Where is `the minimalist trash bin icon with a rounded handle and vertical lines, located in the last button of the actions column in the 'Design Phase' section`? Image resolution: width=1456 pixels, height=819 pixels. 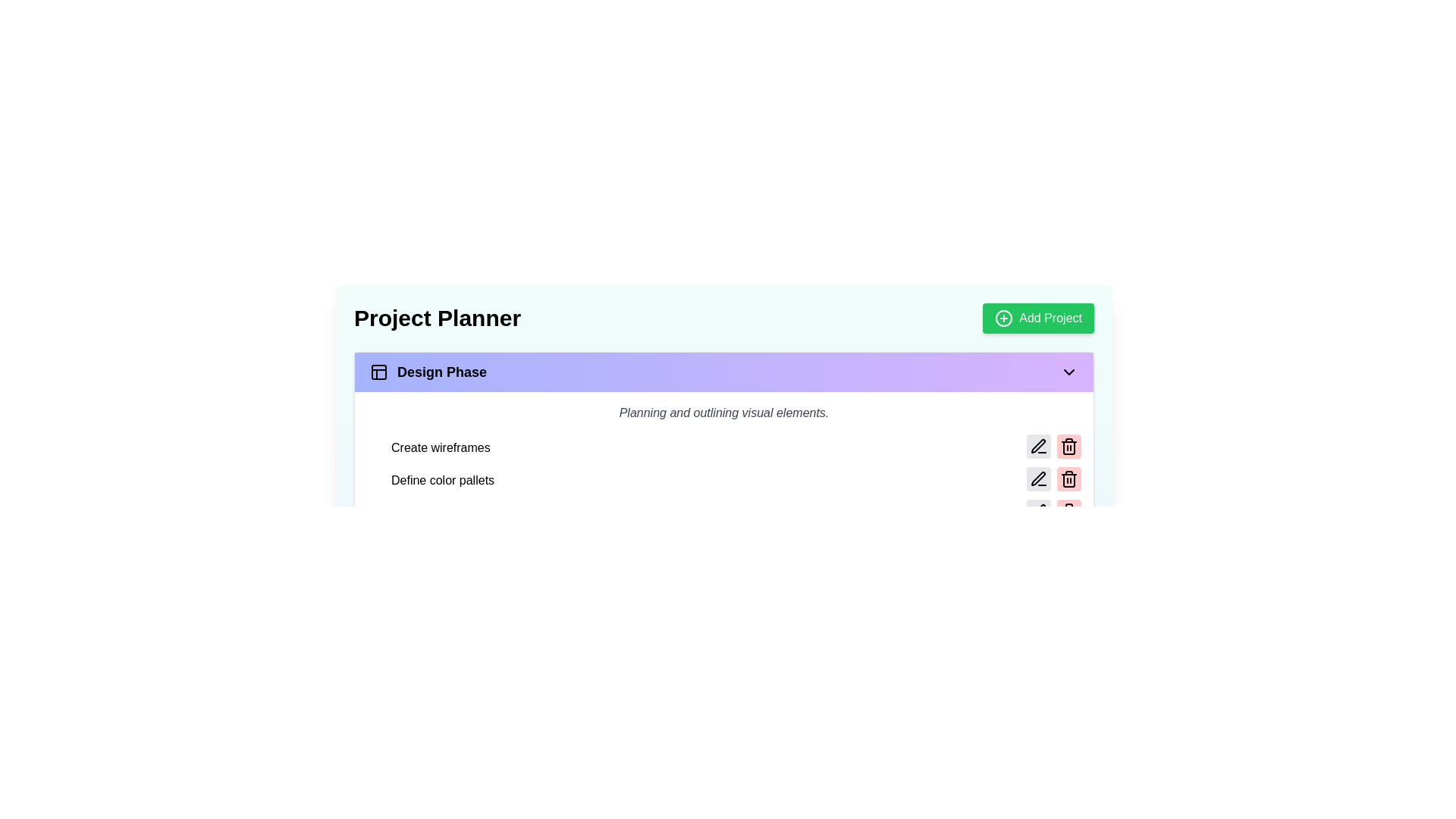 the minimalist trash bin icon with a rounded handle and vertical lines, located in the last button of the actions column in the 'Design Phase' section is located at coordinates (1068, 512).